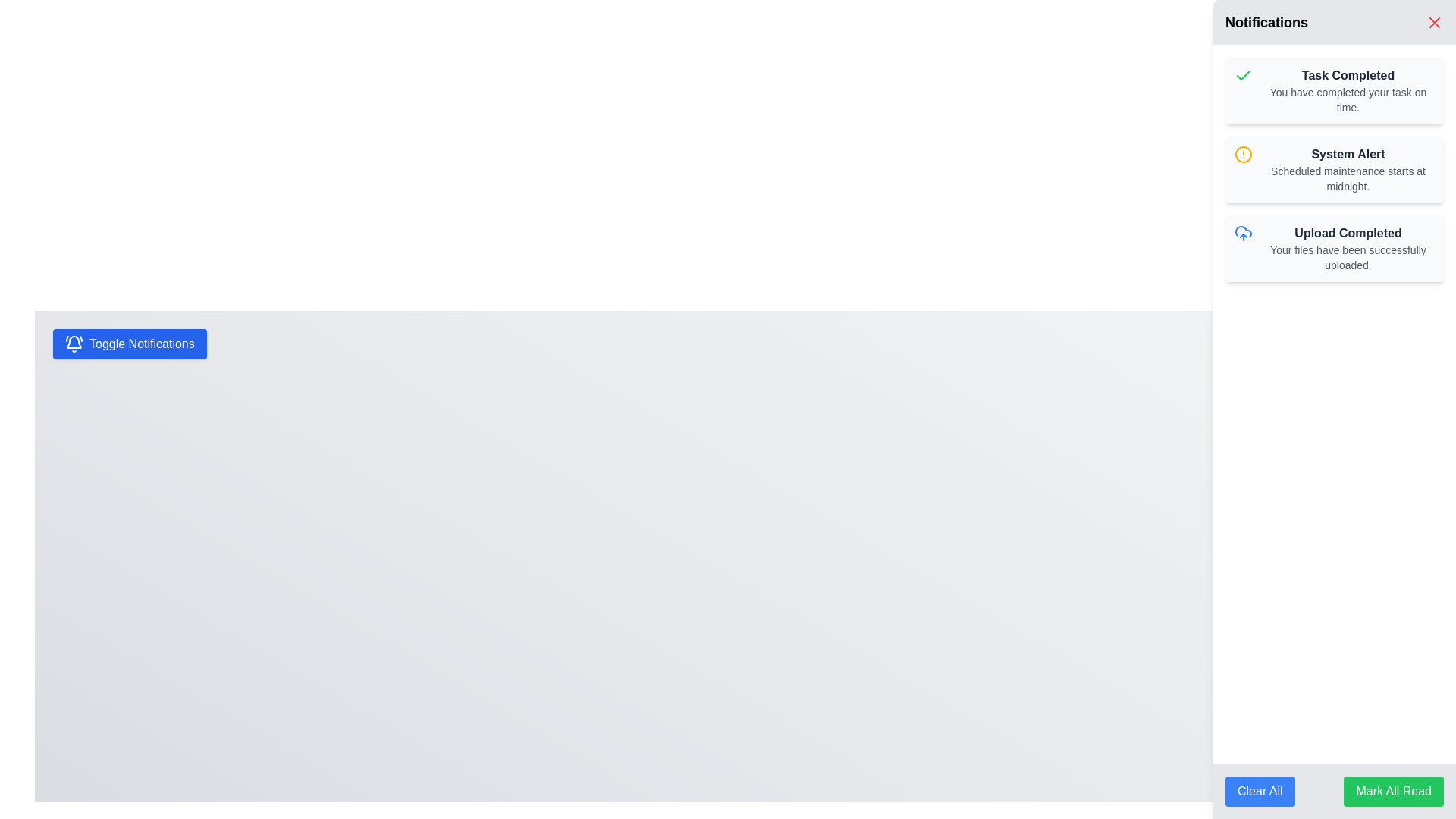 This screenshot has height=819, width=1456. I want to click on the first Notification card in the right-hand sidebar of the Notifications panel, which indicates successful task completion, so click(1335, 90).